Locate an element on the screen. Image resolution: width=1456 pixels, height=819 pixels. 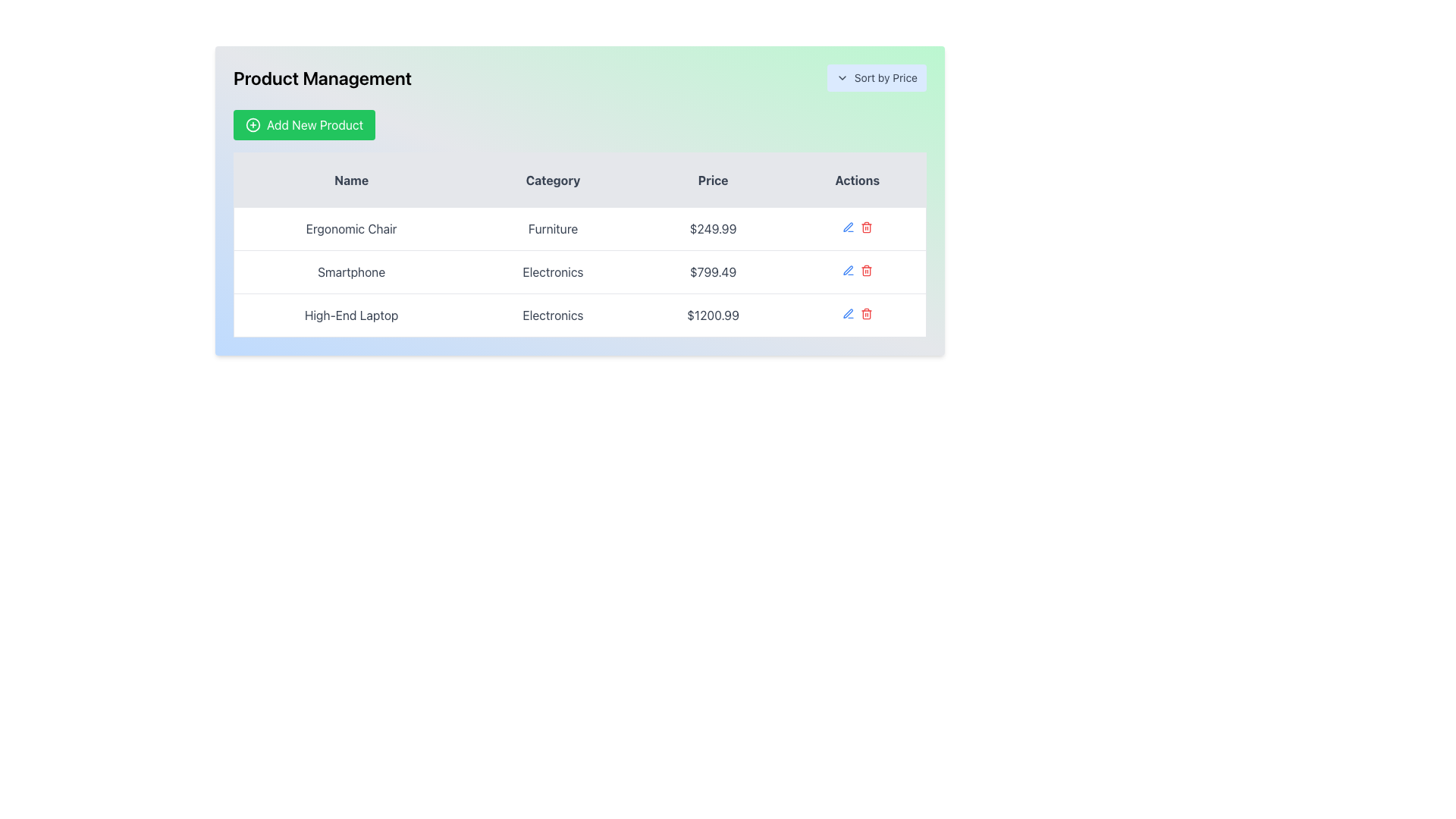
the interactive edit icon, which is a pen symbol located in the second row of the table under the 'Actions' column is located at coordinates (847, 227).